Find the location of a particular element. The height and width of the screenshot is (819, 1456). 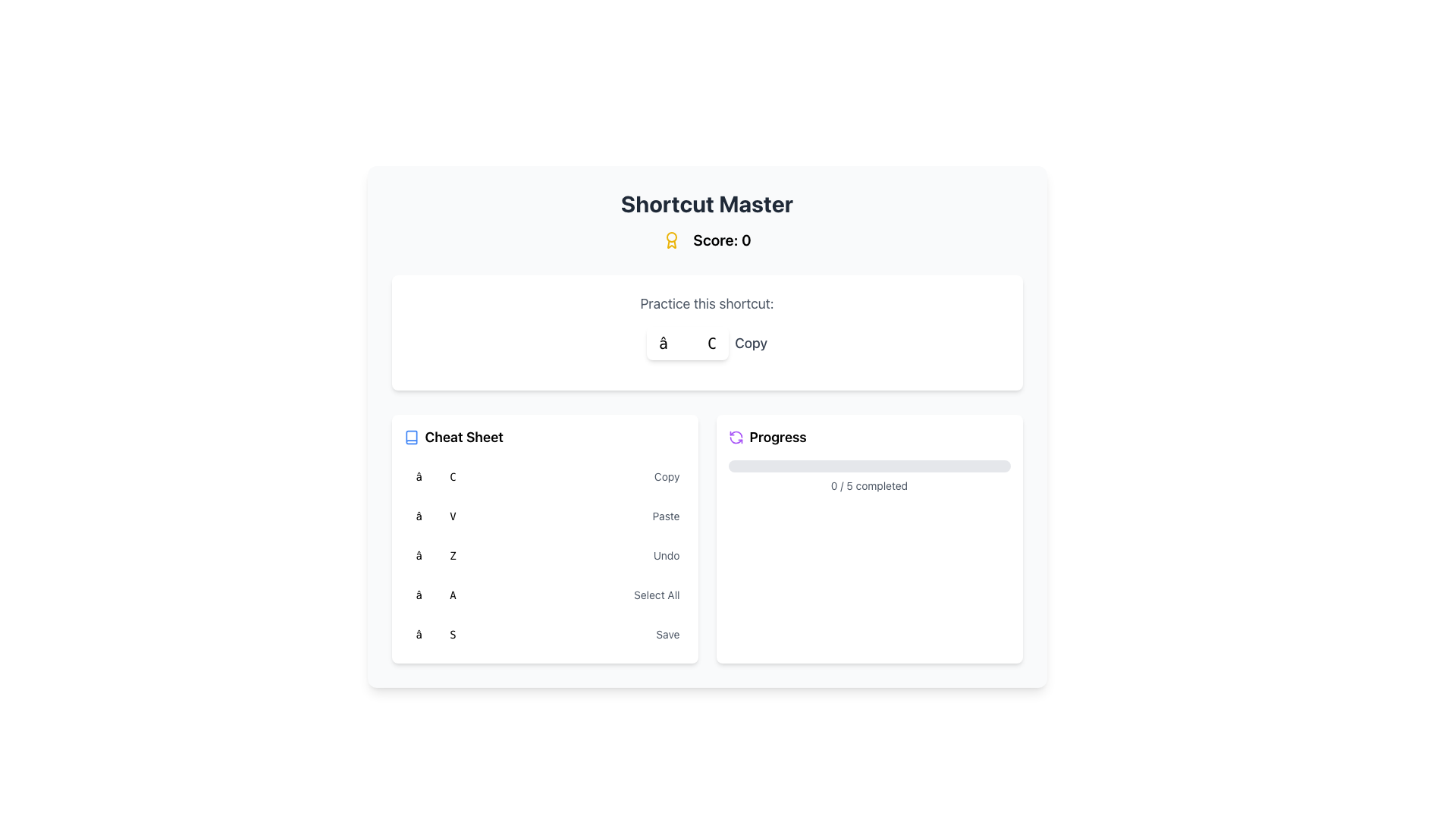

the 'Copy' text label located to the right of the shortcut indicator '⌘ C' in the 'Cheat Sheet' section is located at coordinates (667, 475).